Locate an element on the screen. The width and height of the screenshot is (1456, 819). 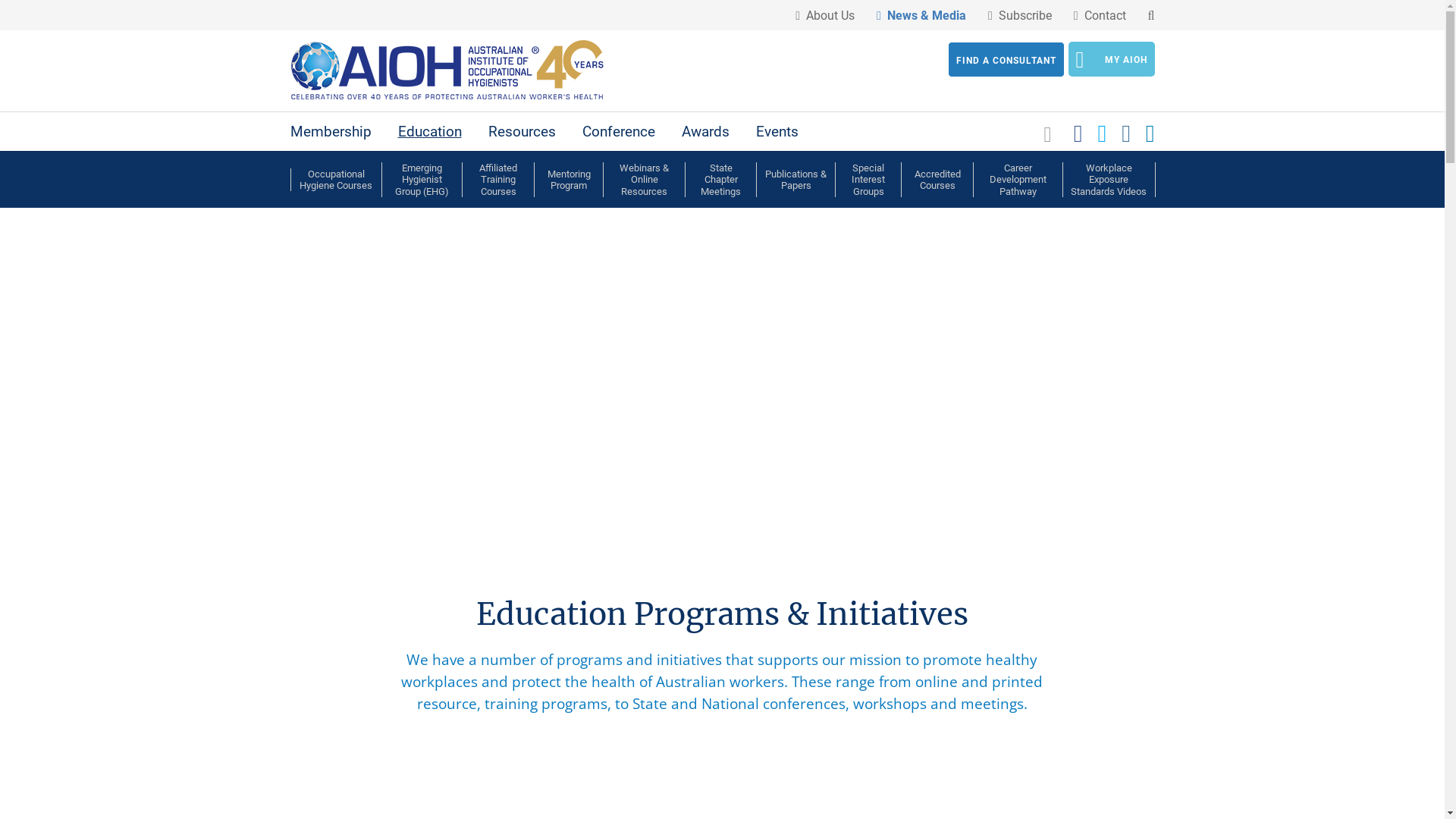
'Webinars & Online Resources' is located at coordinates (644, 178).